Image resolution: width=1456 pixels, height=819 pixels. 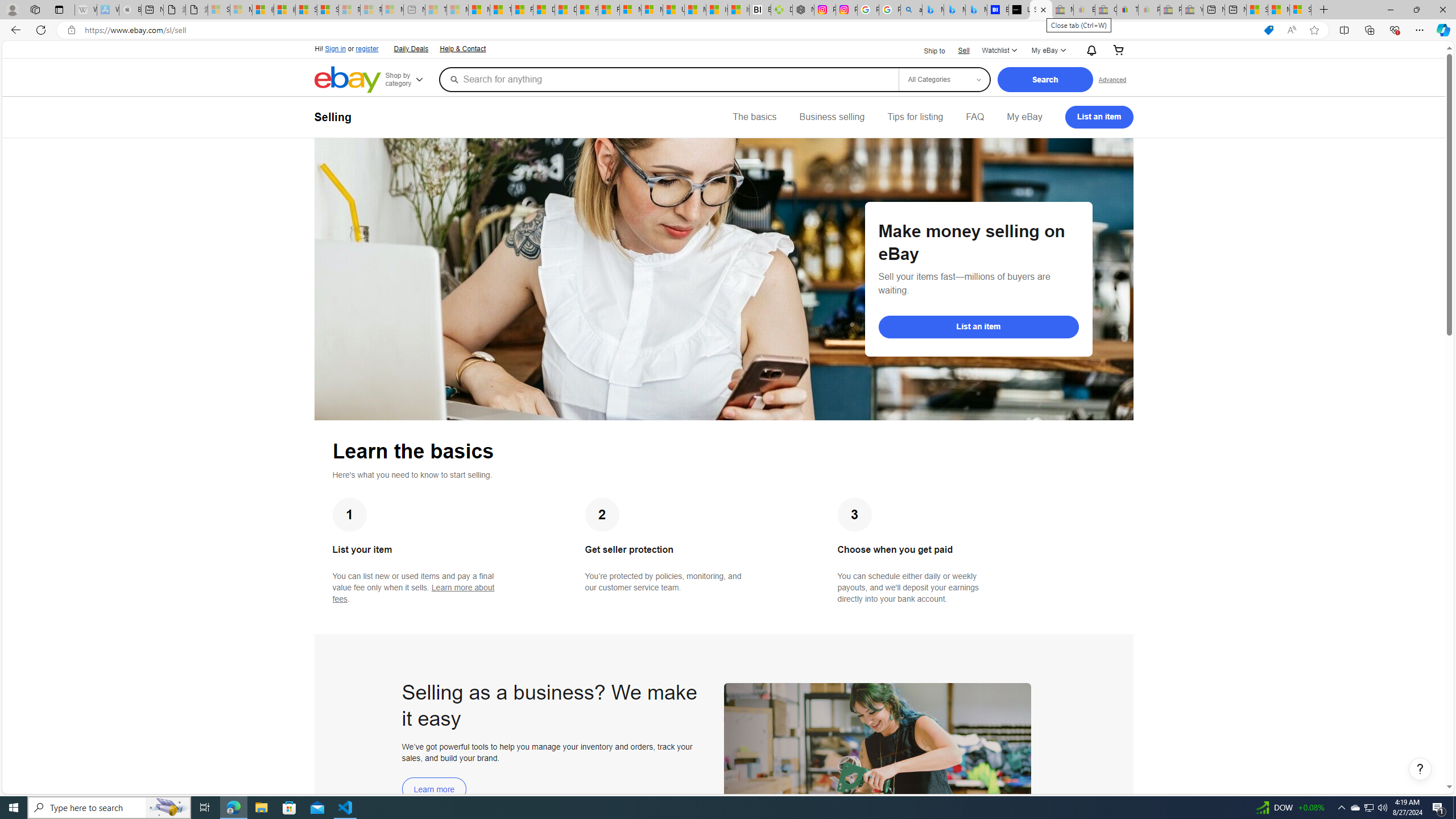 What do you see at coordinates (999, 50) in the screenshot?
I see `'Watchlist'` at bounding box center [999, 50].